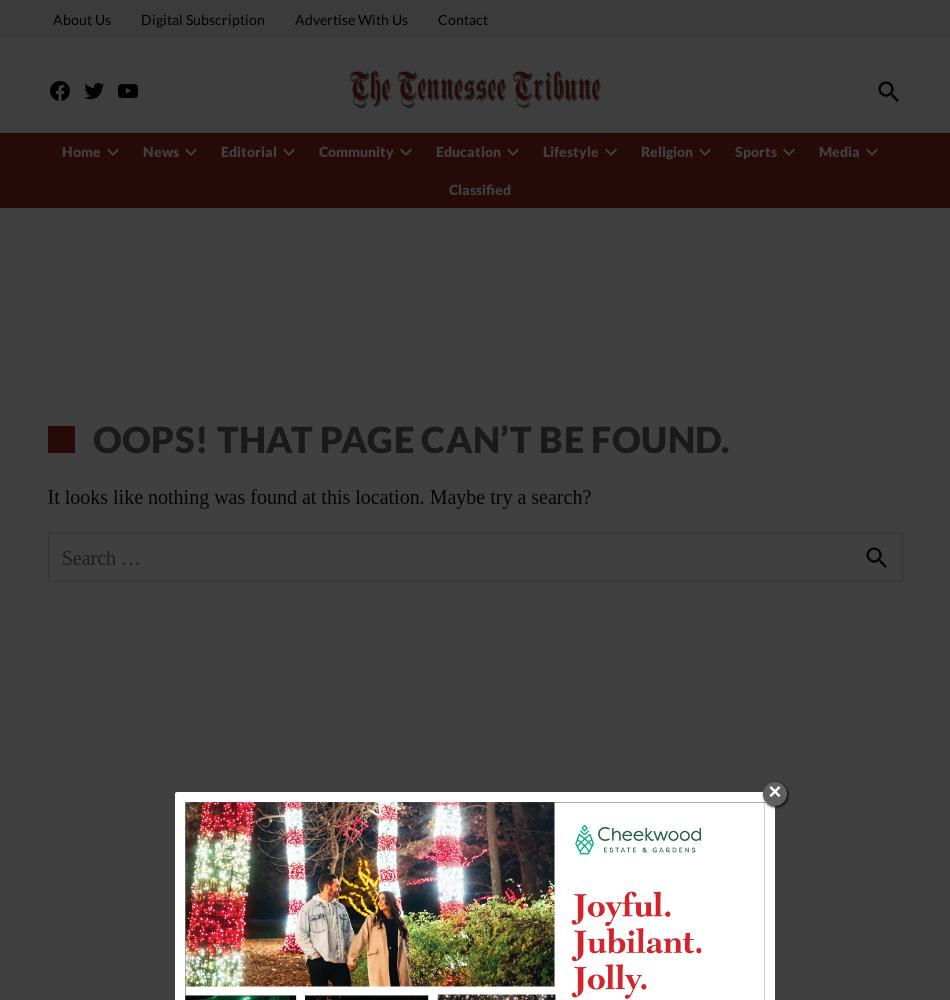 The image size is (950, 1000). Describe the element at coordinates (460, 18) in the screenshot. I see `'Contact'` at that location.